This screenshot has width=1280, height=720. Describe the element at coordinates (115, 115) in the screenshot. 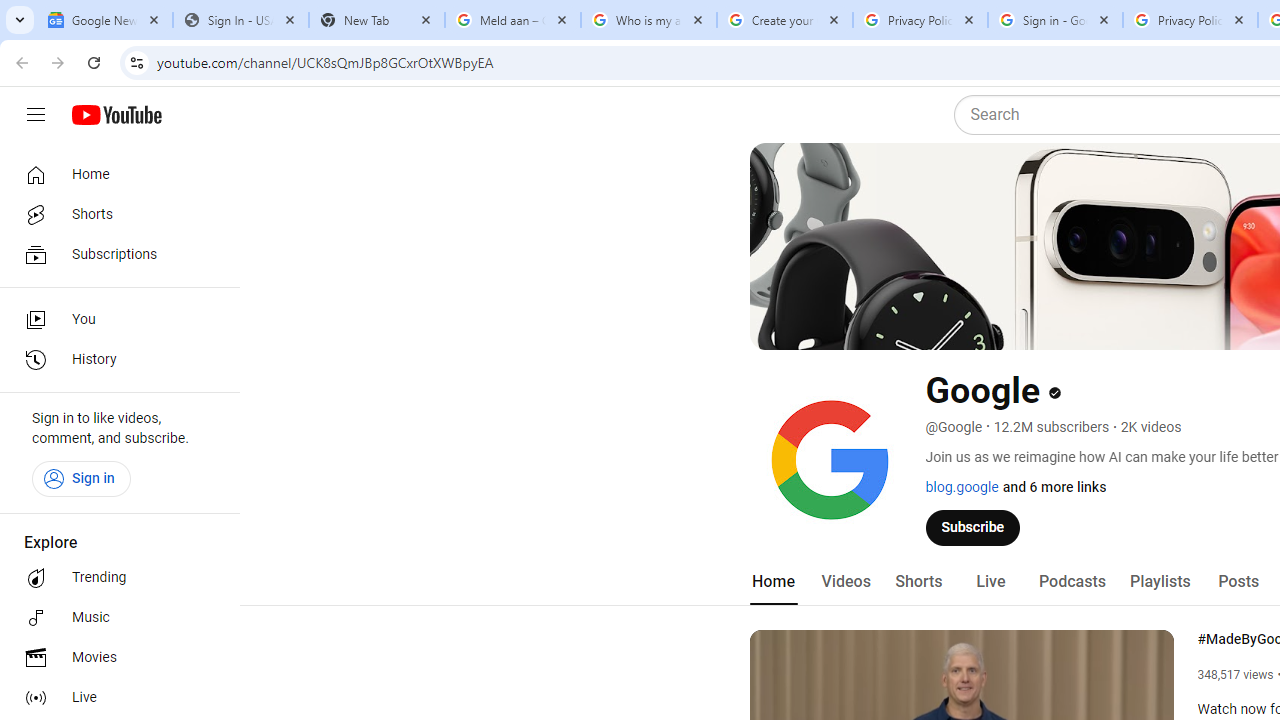

I see `'YouTube Home'` at that location.